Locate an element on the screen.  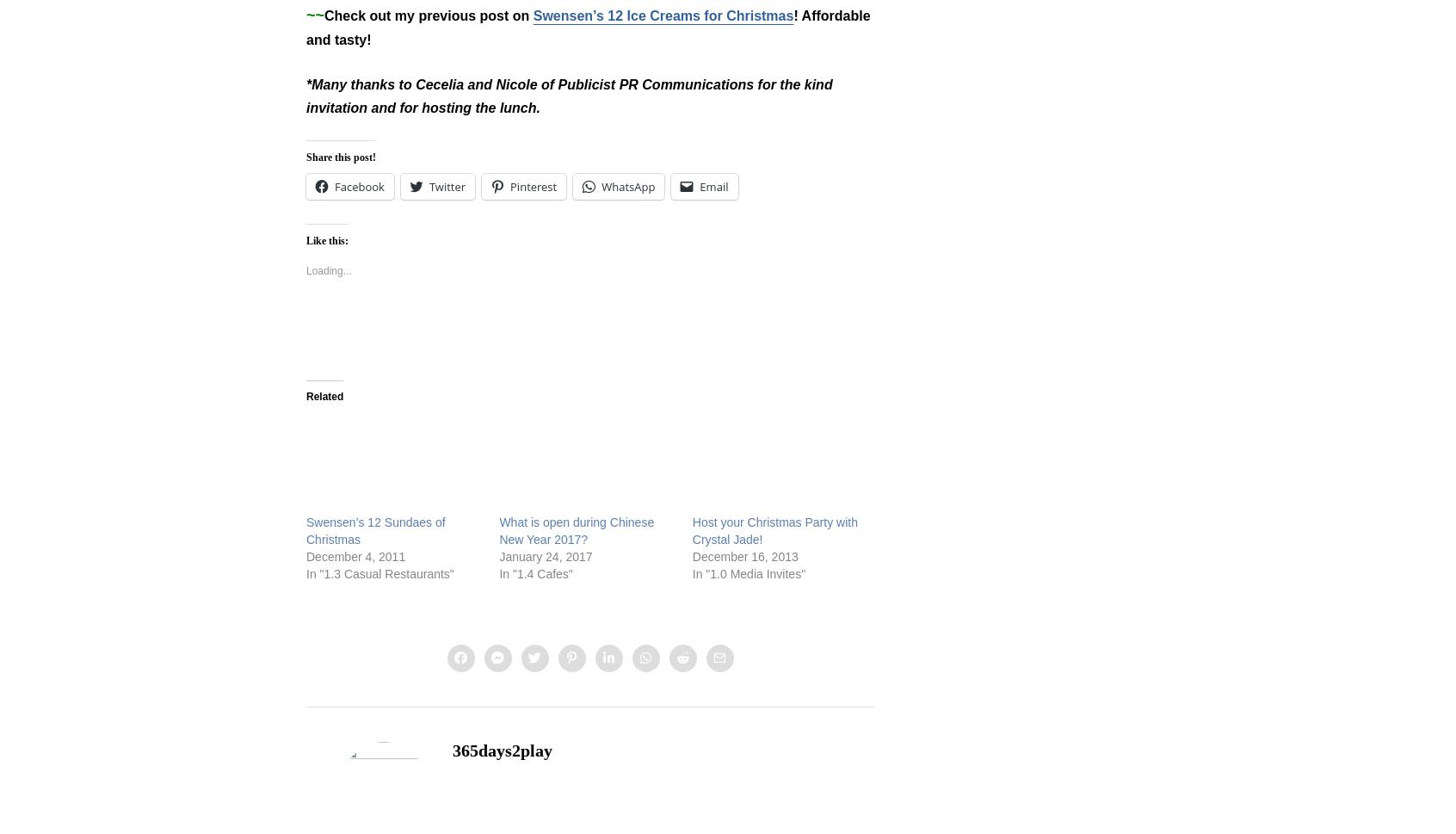
'Twitter' is located at coordinates (447, 186).